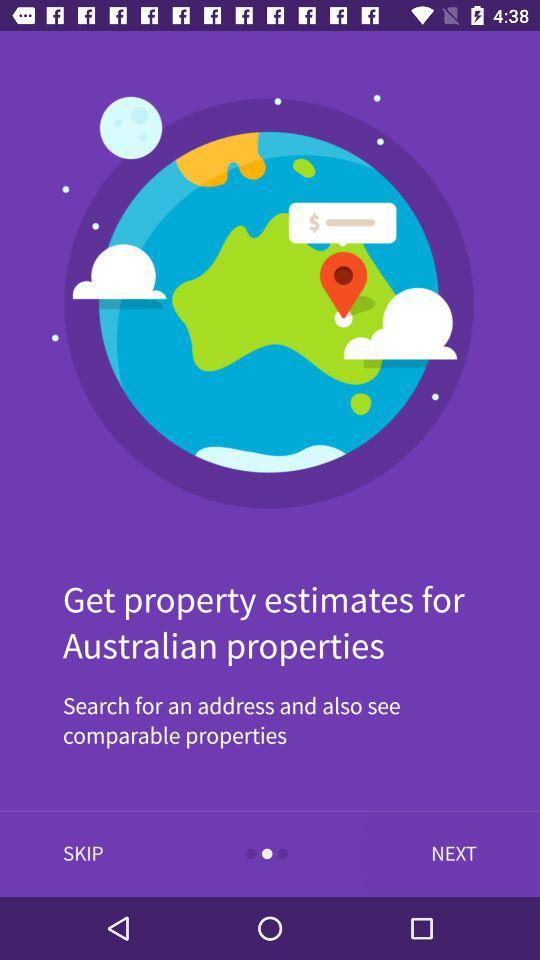  I want to click on the skip item, so click(82, 853).